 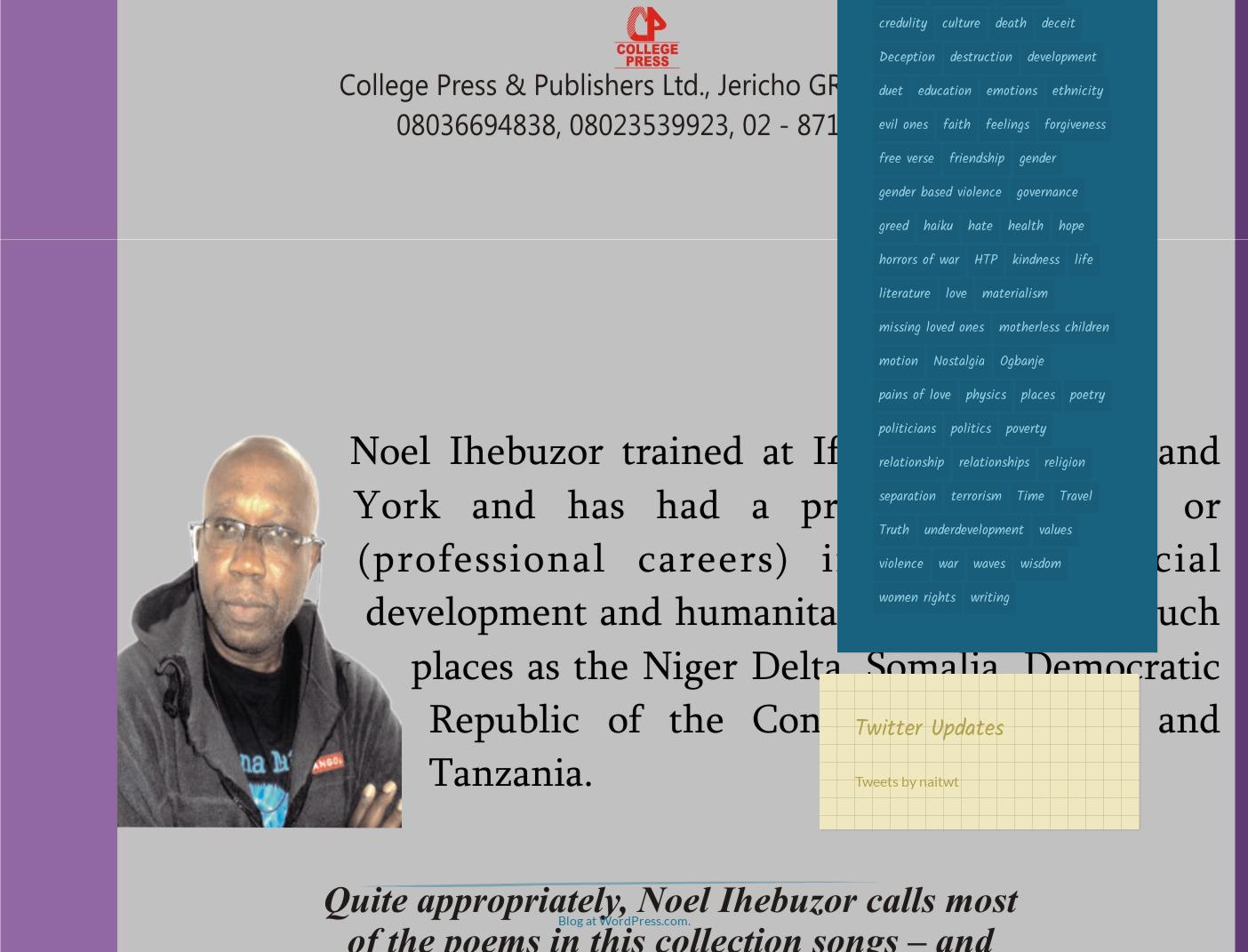 What do you see at coordinates (1054, 530) in the screenshot?
I see `'values'` at bounding box center [1054, 530].